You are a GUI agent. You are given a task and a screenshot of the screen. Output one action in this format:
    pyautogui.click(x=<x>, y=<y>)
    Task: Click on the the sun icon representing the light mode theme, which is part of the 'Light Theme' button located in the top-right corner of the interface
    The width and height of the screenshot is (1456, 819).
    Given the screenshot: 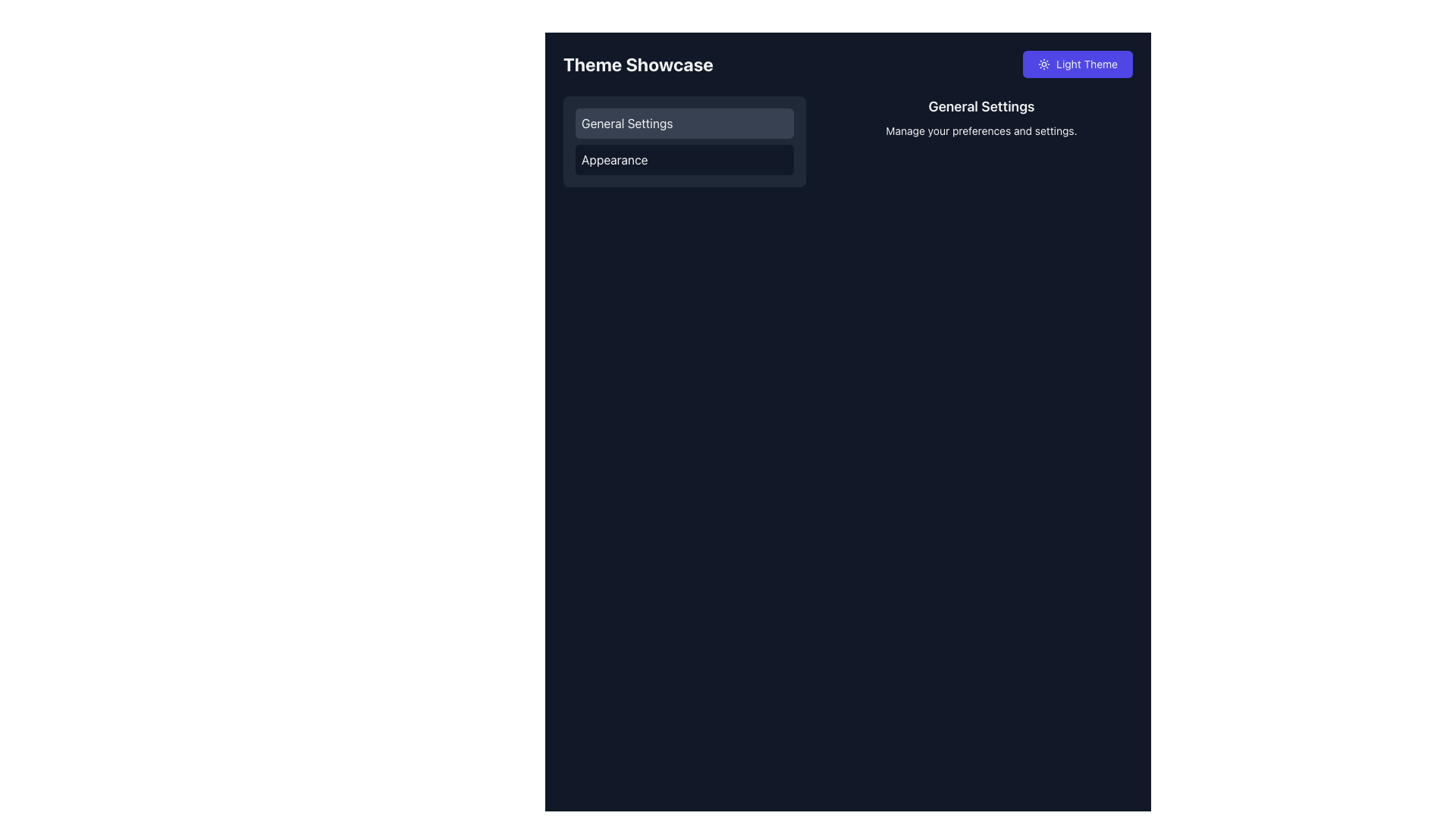 What is the action you would take?
    pyautogui.click(x=1043, y=63)
    